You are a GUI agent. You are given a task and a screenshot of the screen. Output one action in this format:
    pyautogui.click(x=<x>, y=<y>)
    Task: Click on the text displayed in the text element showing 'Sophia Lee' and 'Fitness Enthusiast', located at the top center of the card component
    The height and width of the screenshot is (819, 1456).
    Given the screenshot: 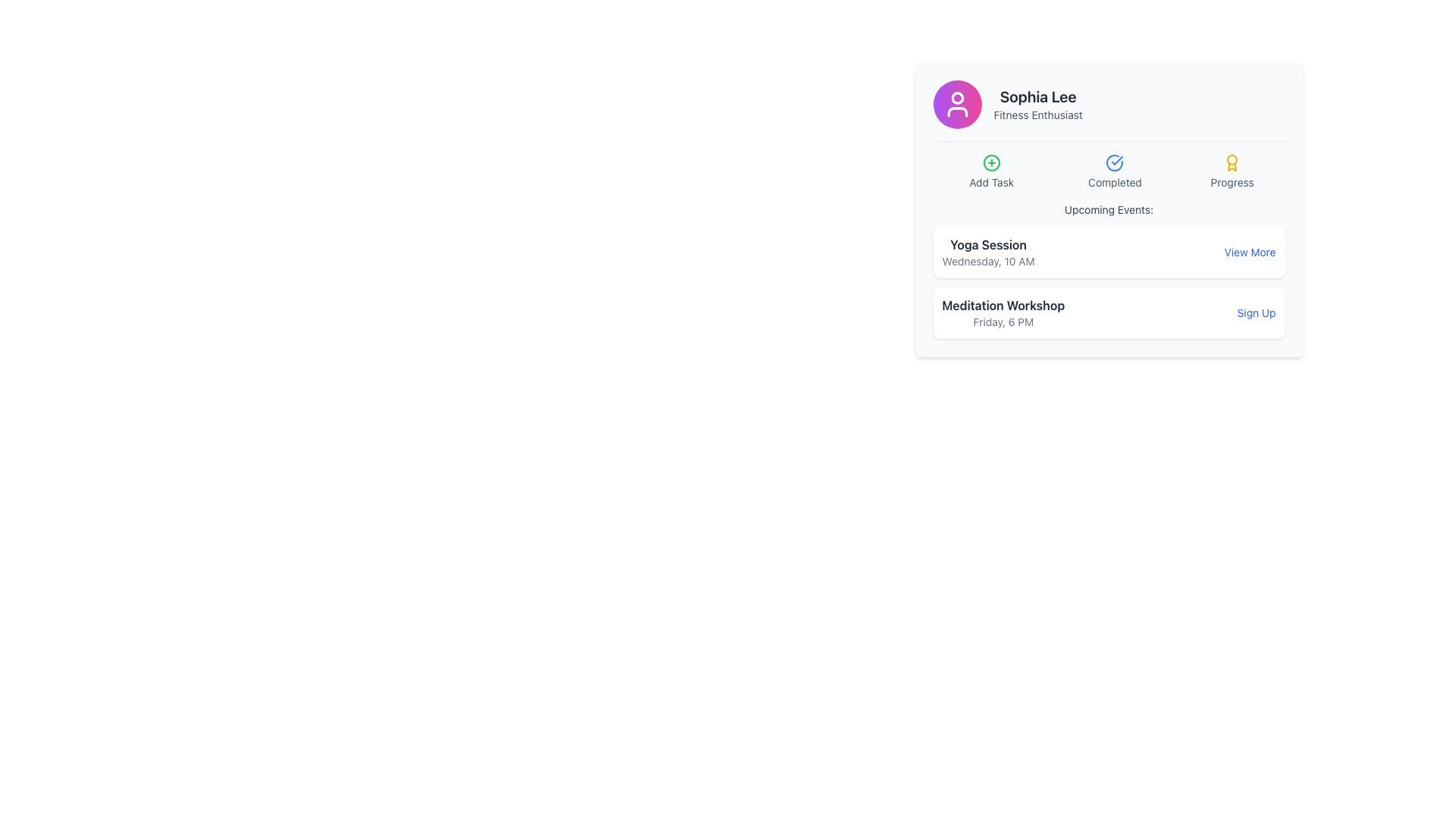 What is the action you would take?
    pyautogui.click(x=1037, y=104)
    